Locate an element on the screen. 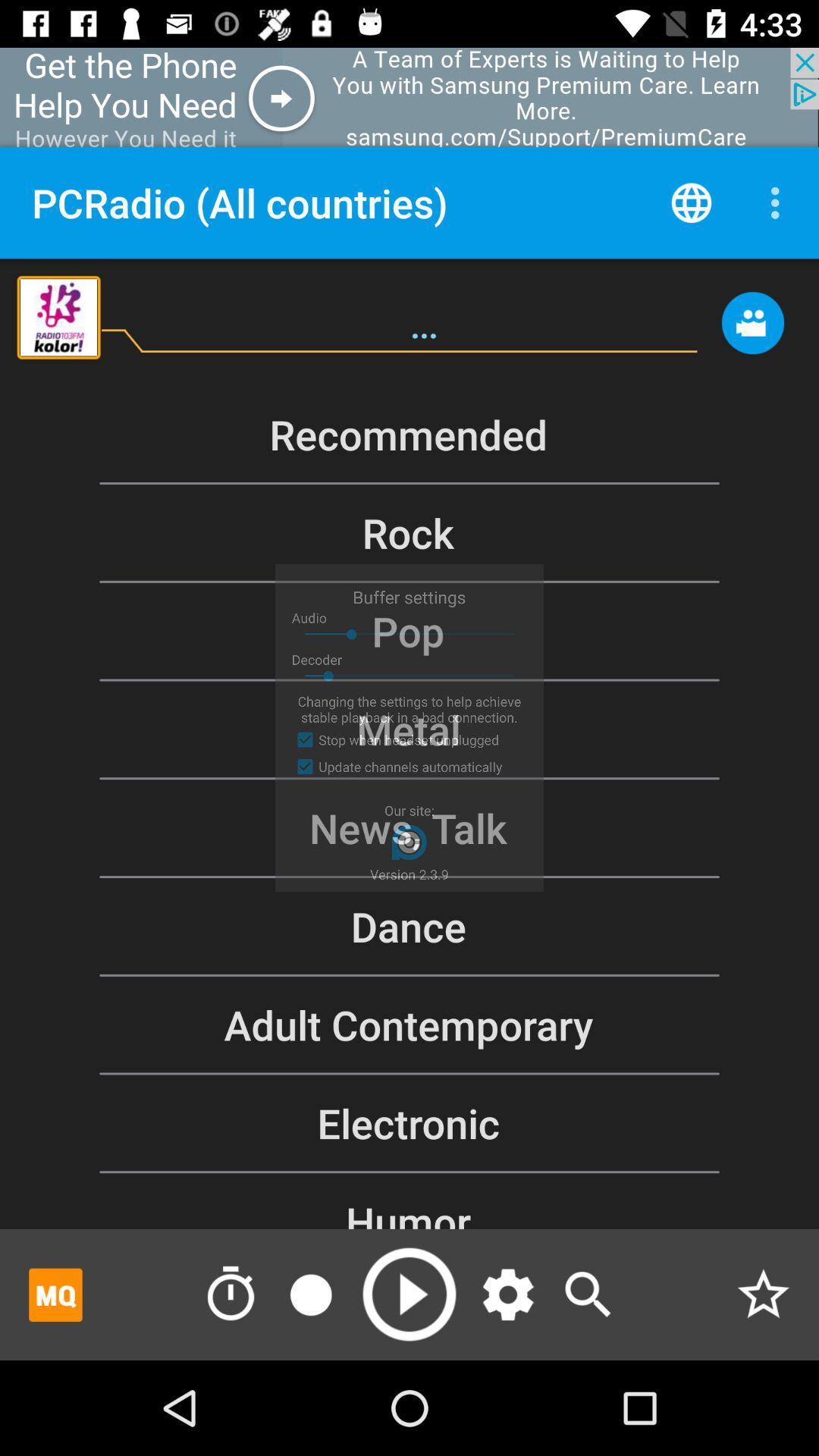 This screenshot has height=1456, width=819. to search option is located at coordinates (587, 1294).